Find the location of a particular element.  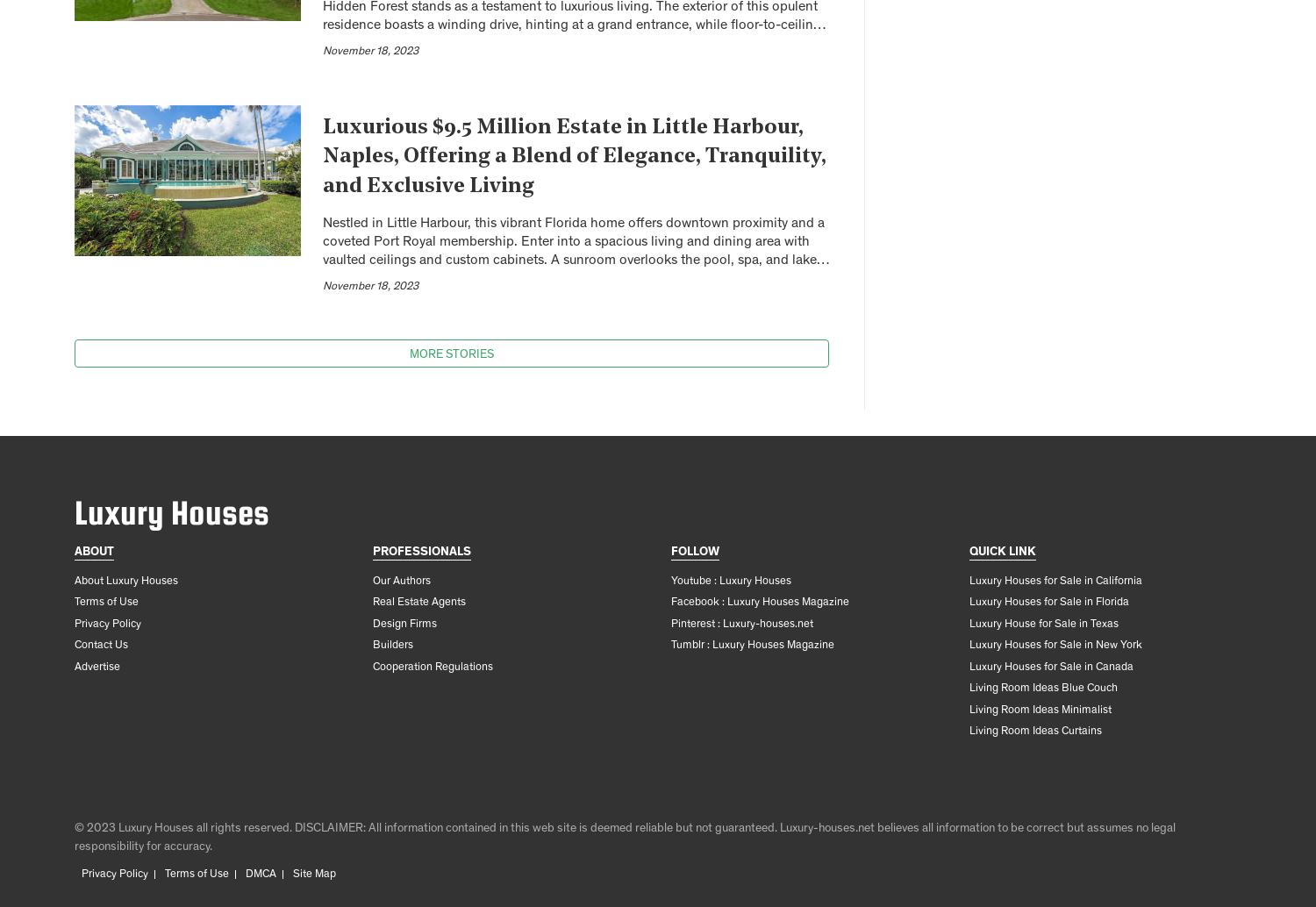

'Facebook : Luxury Houses Magazine' is located at coordinates (759, 603).